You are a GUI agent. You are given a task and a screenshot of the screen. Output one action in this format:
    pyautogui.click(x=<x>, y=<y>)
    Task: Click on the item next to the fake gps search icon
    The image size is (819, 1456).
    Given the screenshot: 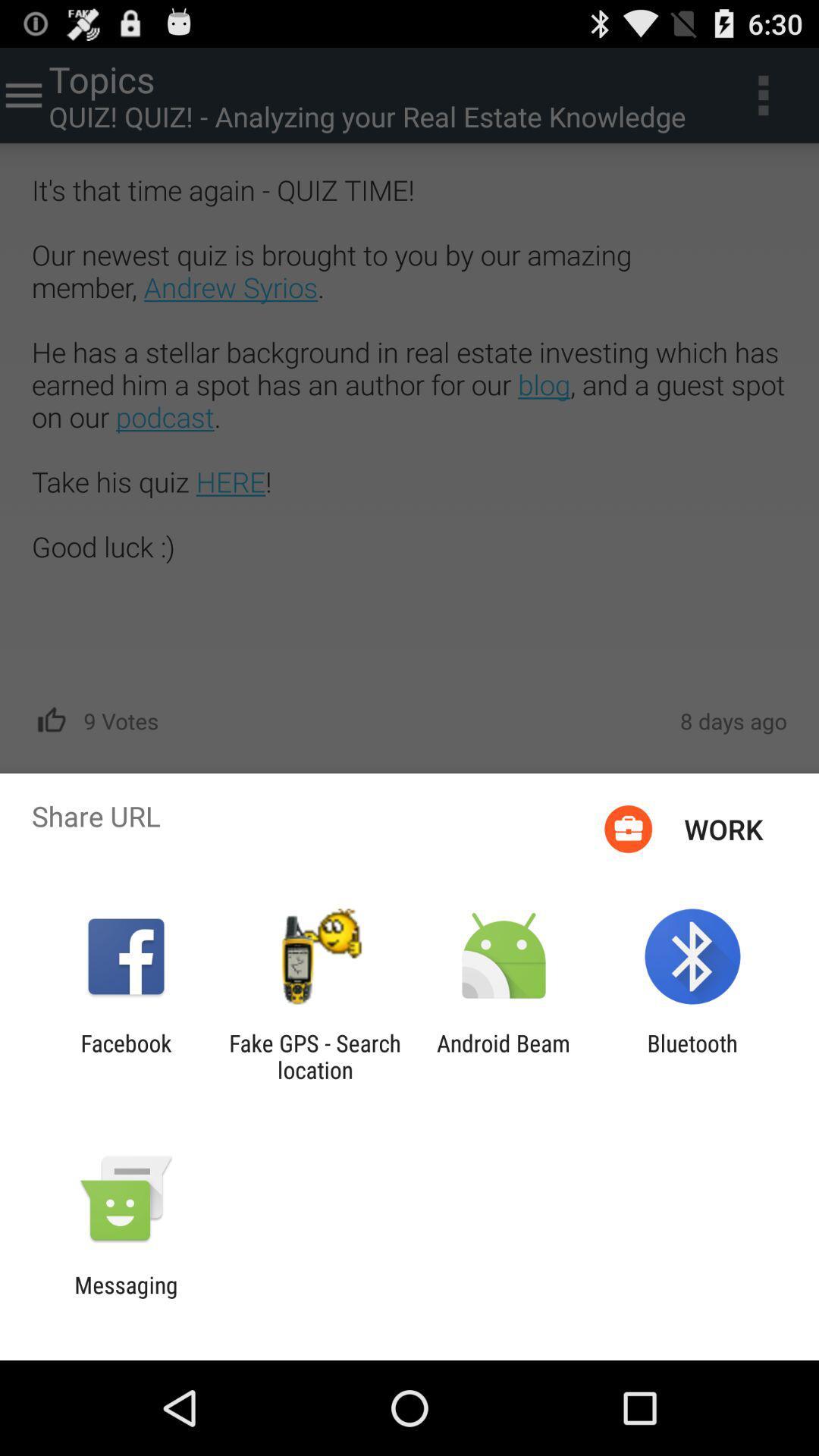 What is the action you would take?
    pyautogui.click(x=504, y=1056)
    